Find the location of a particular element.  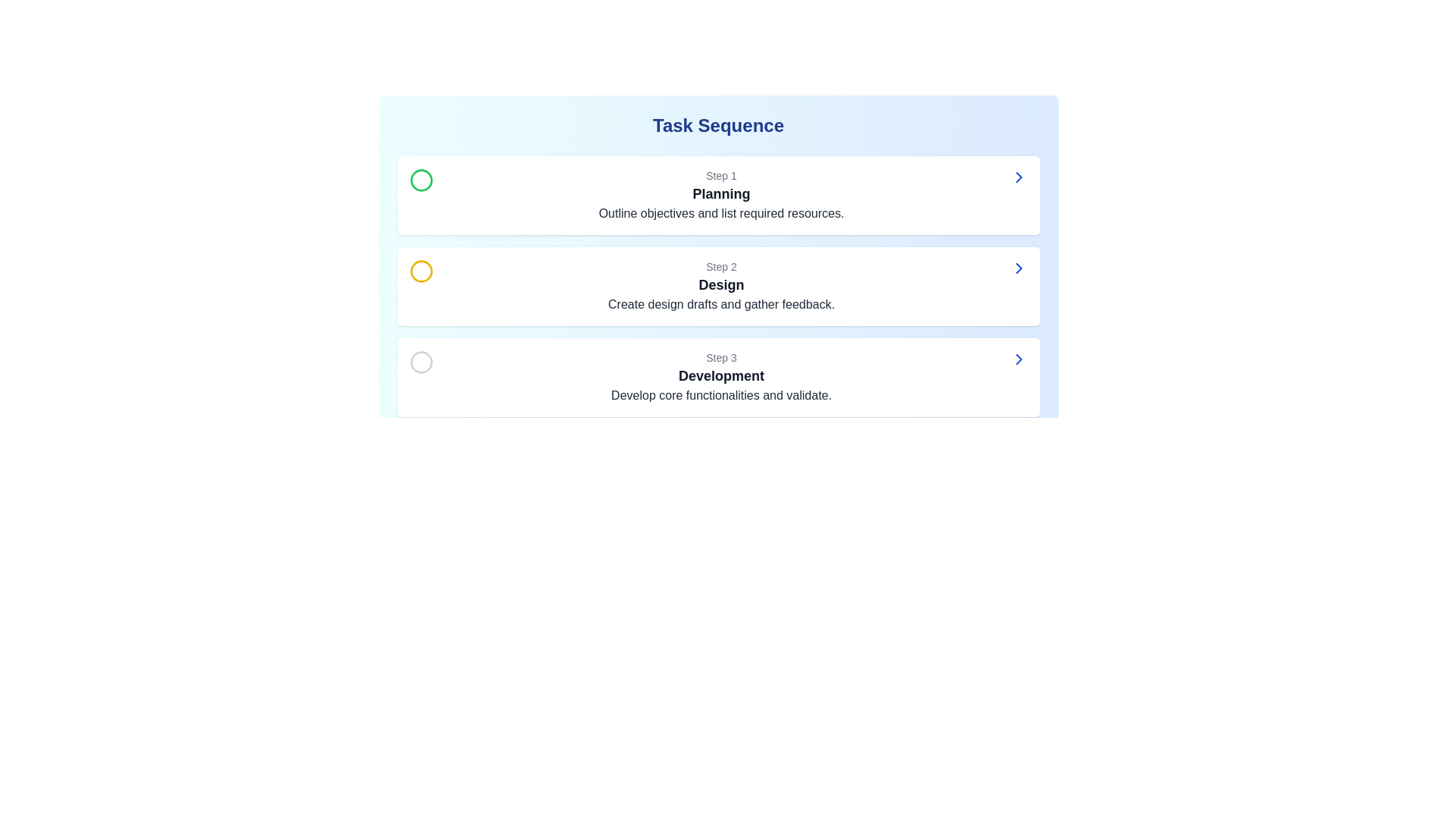

the Circle icon, which is the third circular shape aligned vertically in the task steps below 'Step 3 Development.' is located at coordinates (421, 362).